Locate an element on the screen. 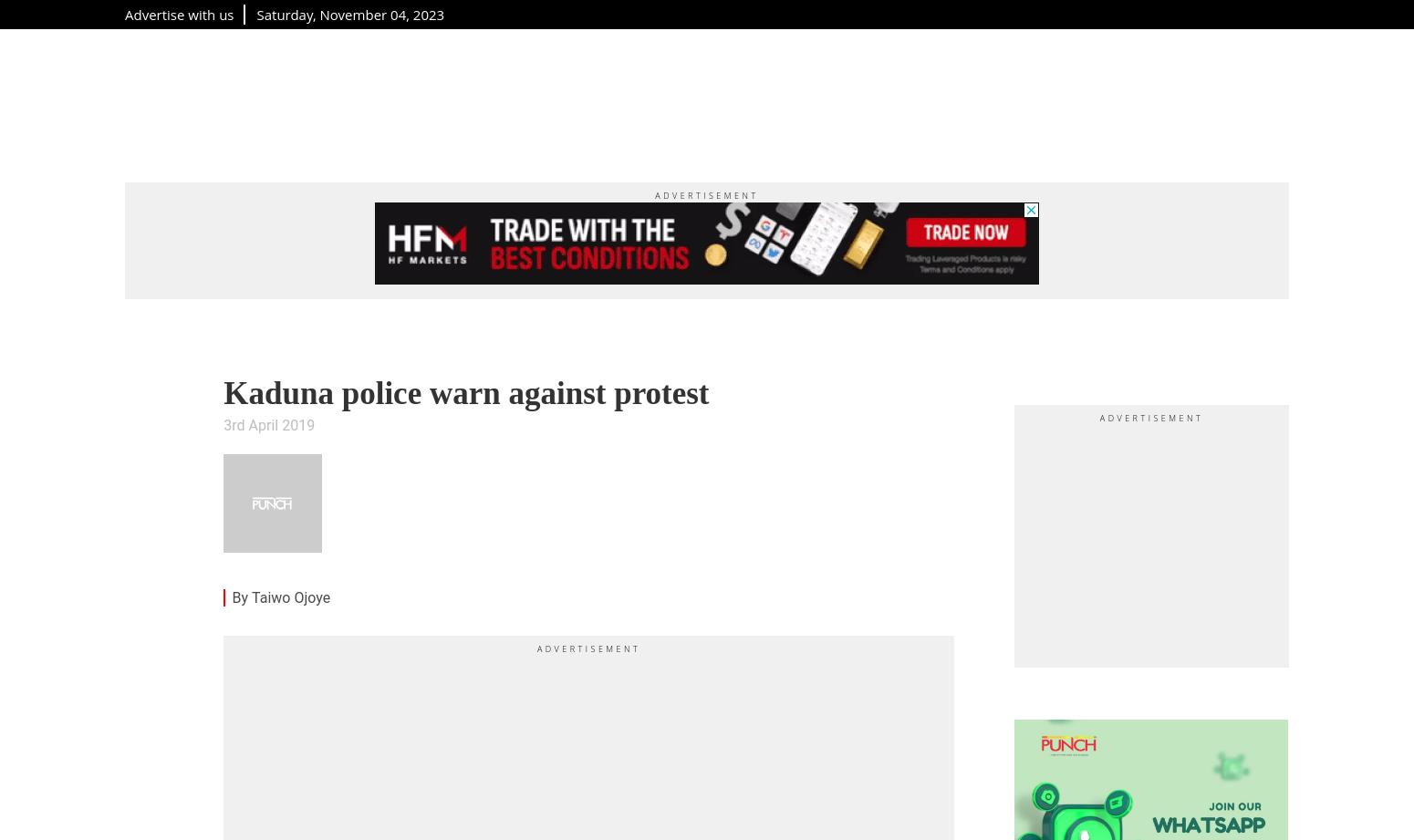 This screenshot has width=1414, height=840. 'Metro Plus' is located at coordinates (278, 101).